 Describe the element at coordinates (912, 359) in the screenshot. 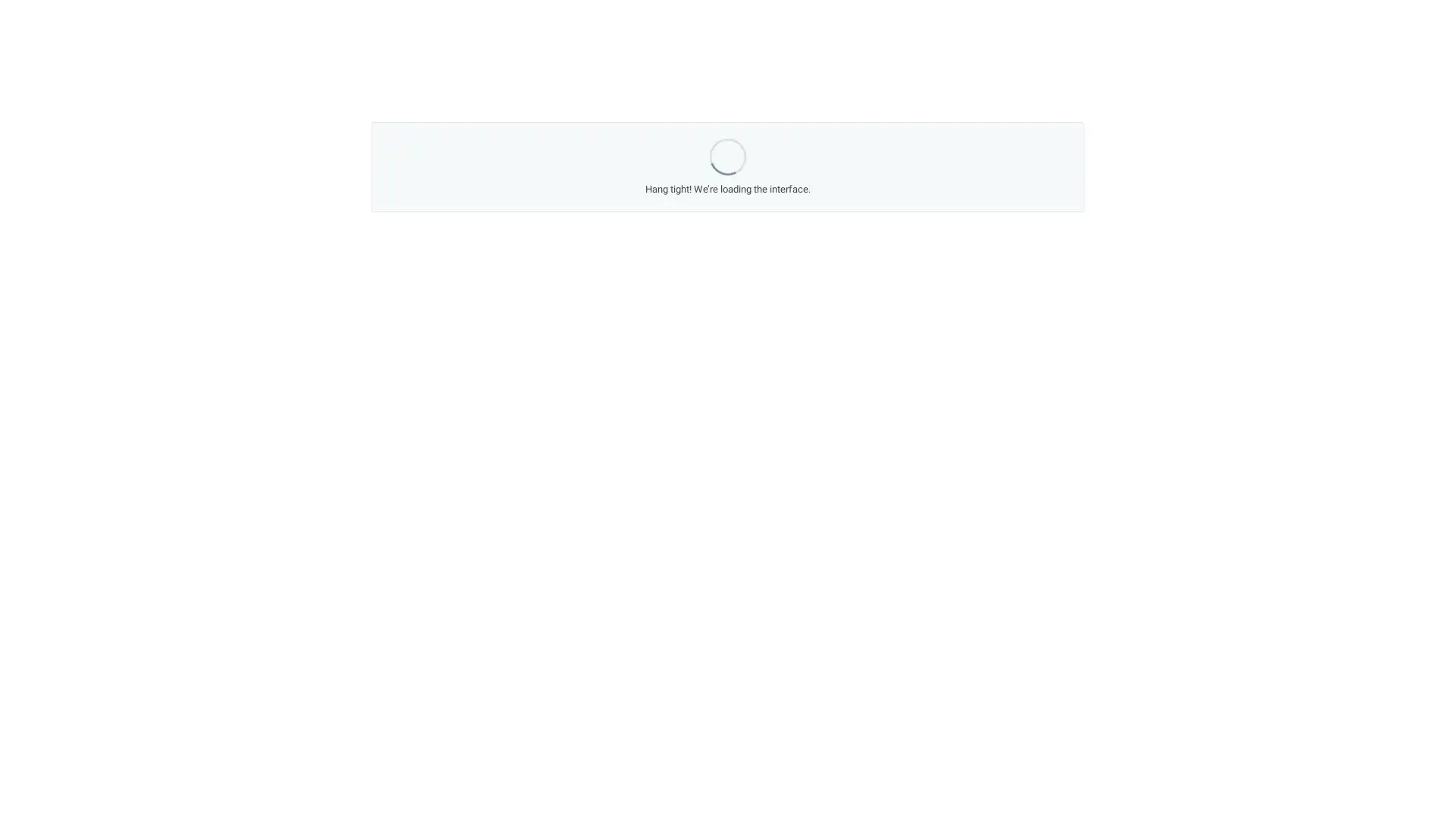

I see `Browse Directory` at that location.